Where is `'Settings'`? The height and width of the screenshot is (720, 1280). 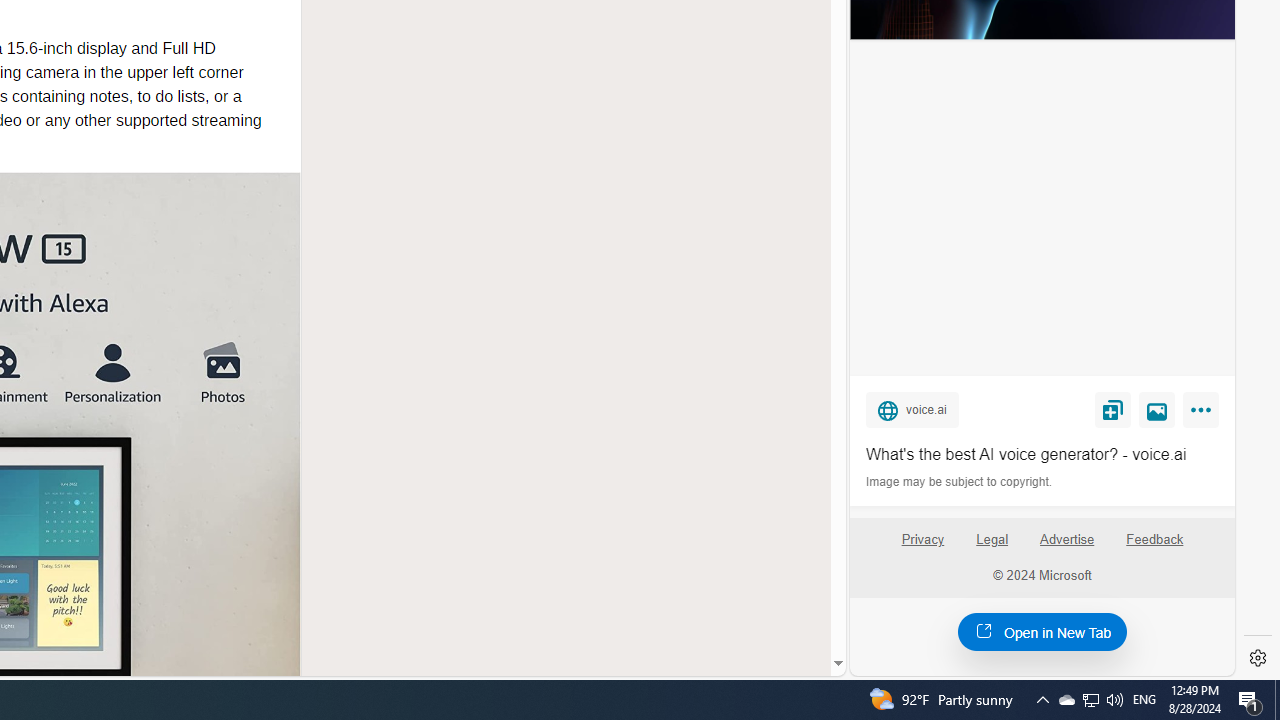
'Settings' is located at coordinates (1257, 658).